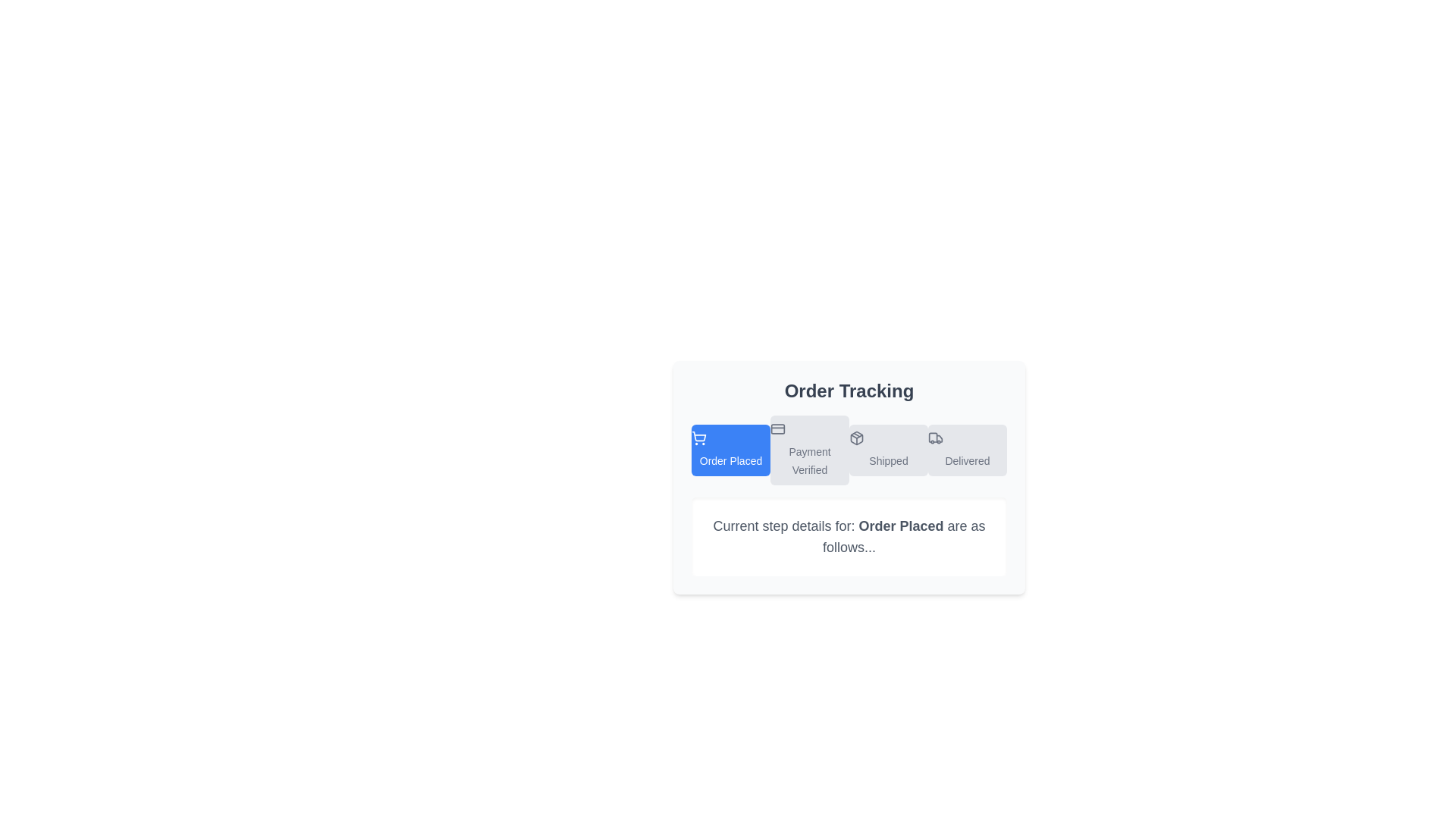 The image size is (1456, 819). Describe the element at coordinates (731, 460) in the screenshot. I see `the Text label indicating the first step in the order tracking progress, which is located inside the blue button on the far left of the navigation bar` at that location.